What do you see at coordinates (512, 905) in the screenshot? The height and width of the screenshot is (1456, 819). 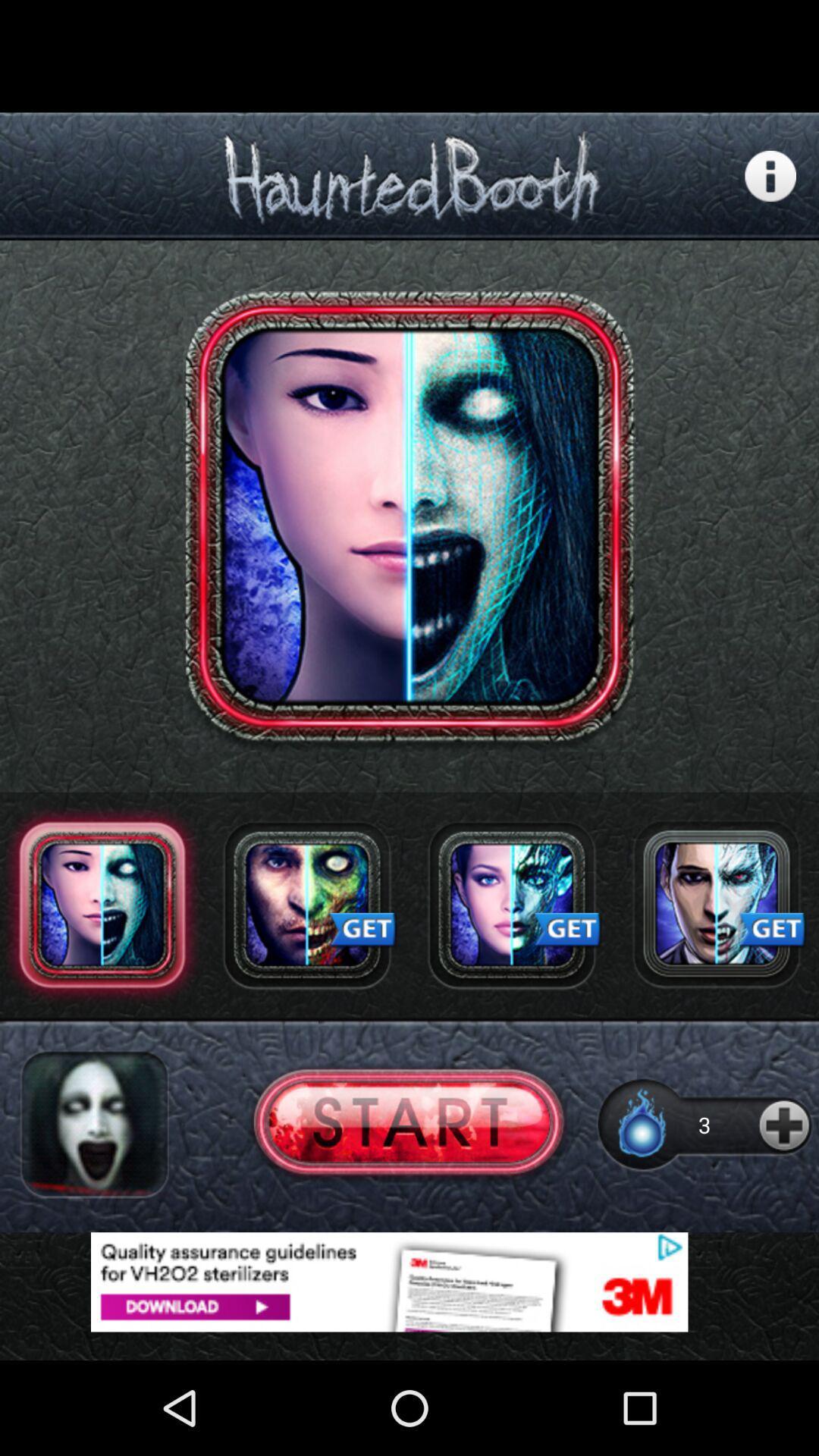 I see `get selected frame` at bounding box center [512, 905].